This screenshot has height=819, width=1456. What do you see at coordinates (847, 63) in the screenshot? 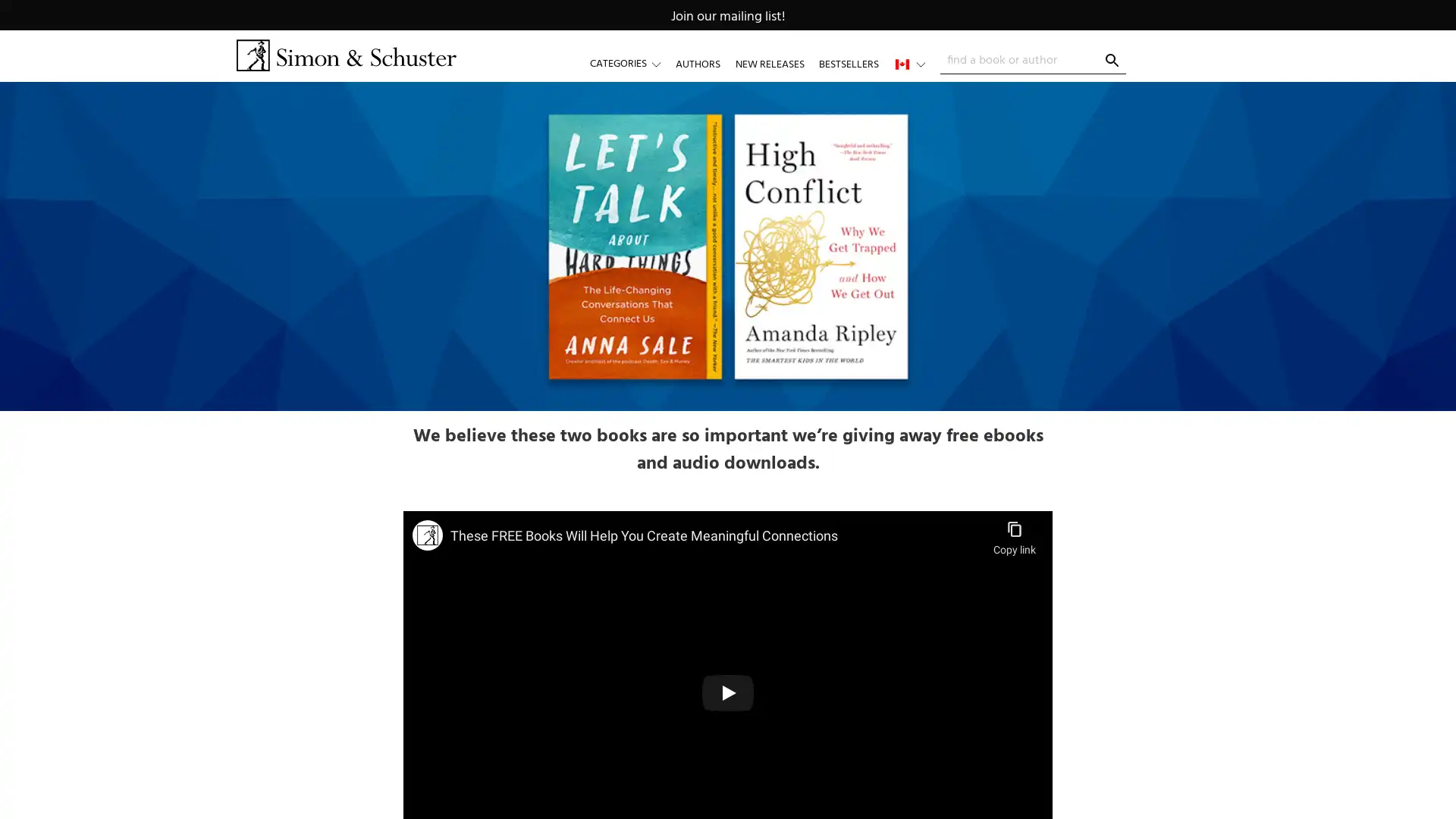
I see `BESTSELLERS` at bounding box center [847, 63].